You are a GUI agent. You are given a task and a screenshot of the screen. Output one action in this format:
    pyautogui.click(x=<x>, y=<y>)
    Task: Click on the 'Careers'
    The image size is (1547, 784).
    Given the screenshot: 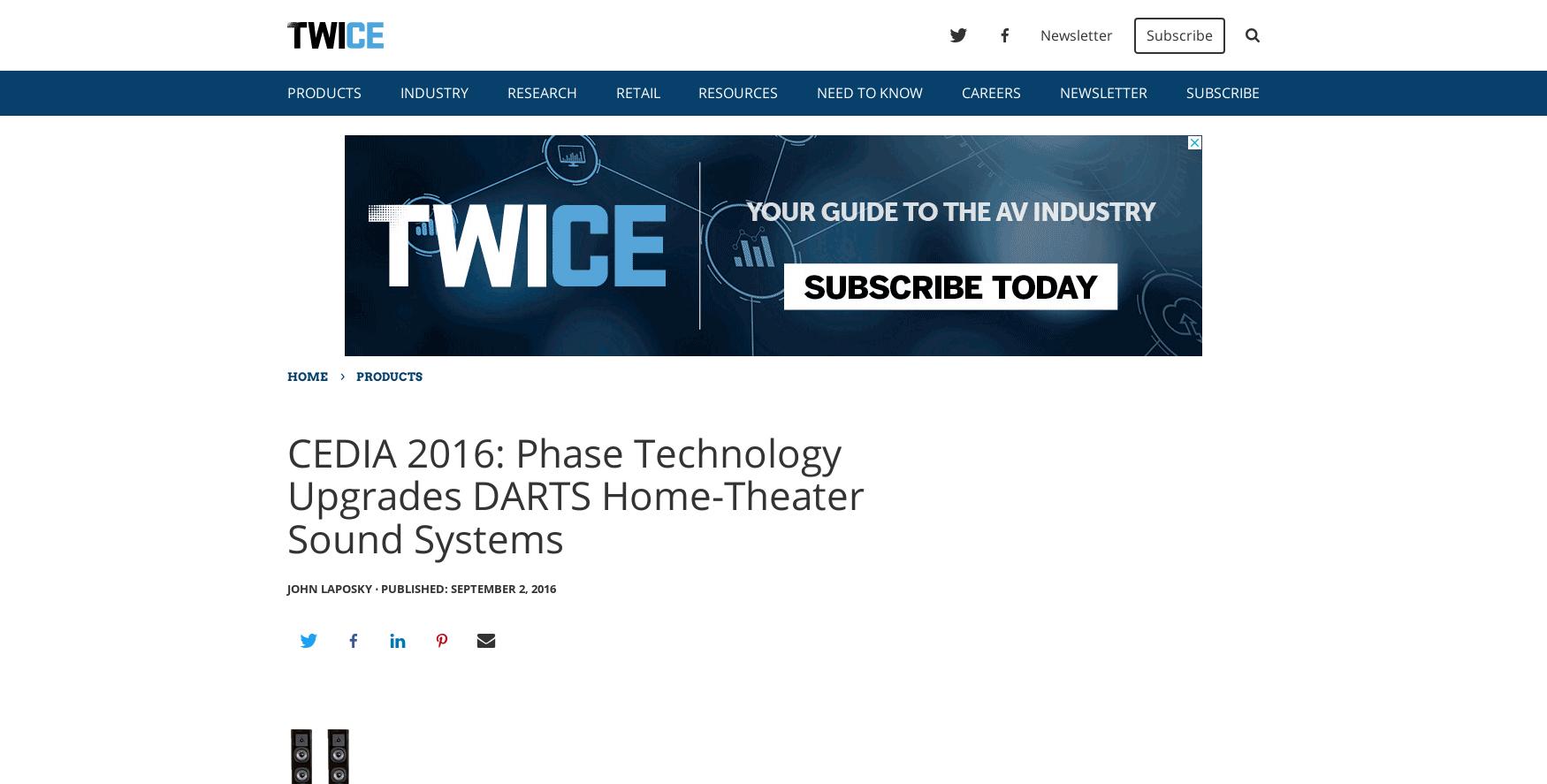 What is the action you would take?
    pyautogui.click(x=991, y=93)
    